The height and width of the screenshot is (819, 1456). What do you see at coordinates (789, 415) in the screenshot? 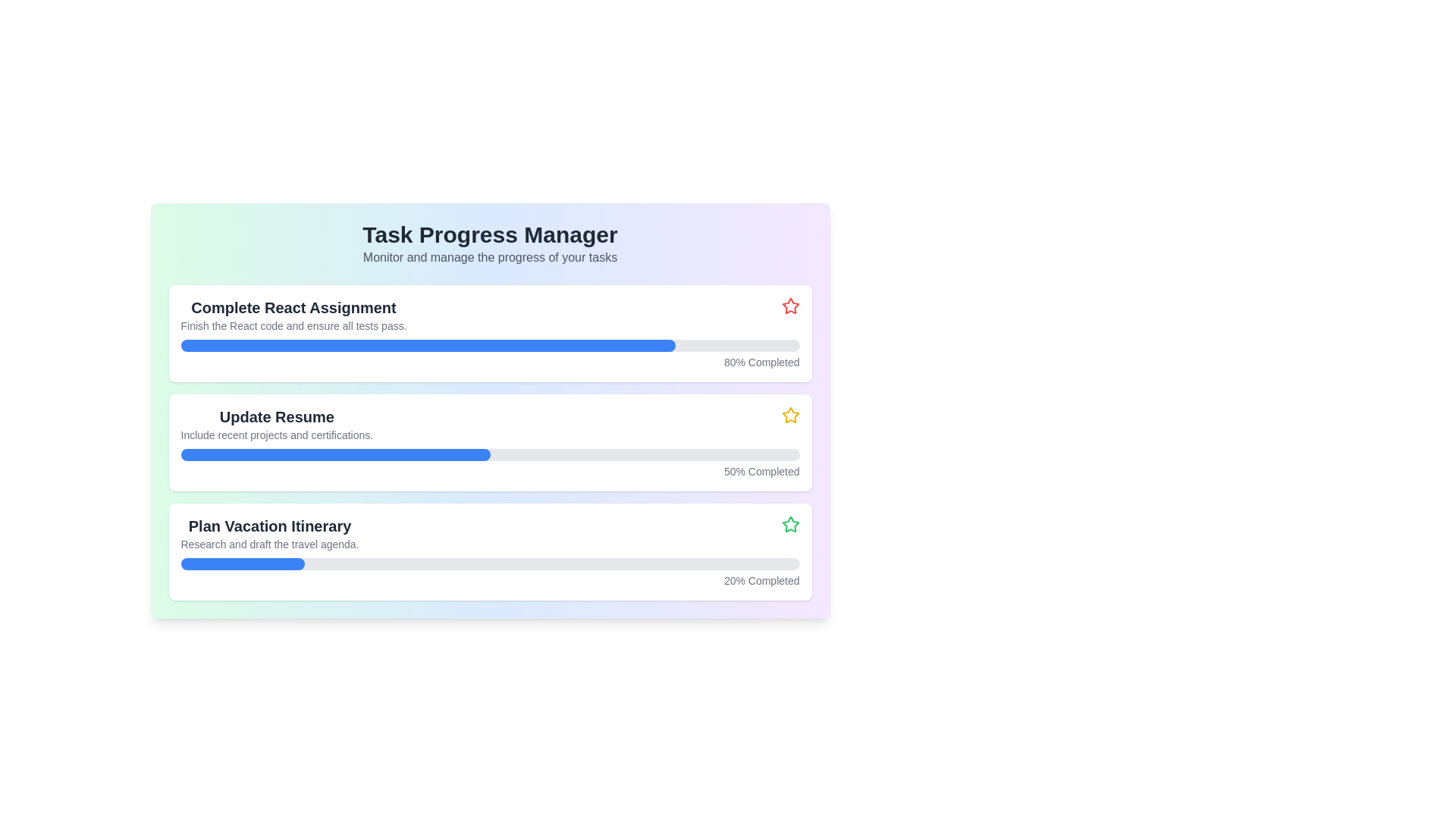
I see `the star icon with a hollow outline and yellow color, located at the top-right corner of the task card labeled 'Update Resume'` at bounding box center [789, 415].